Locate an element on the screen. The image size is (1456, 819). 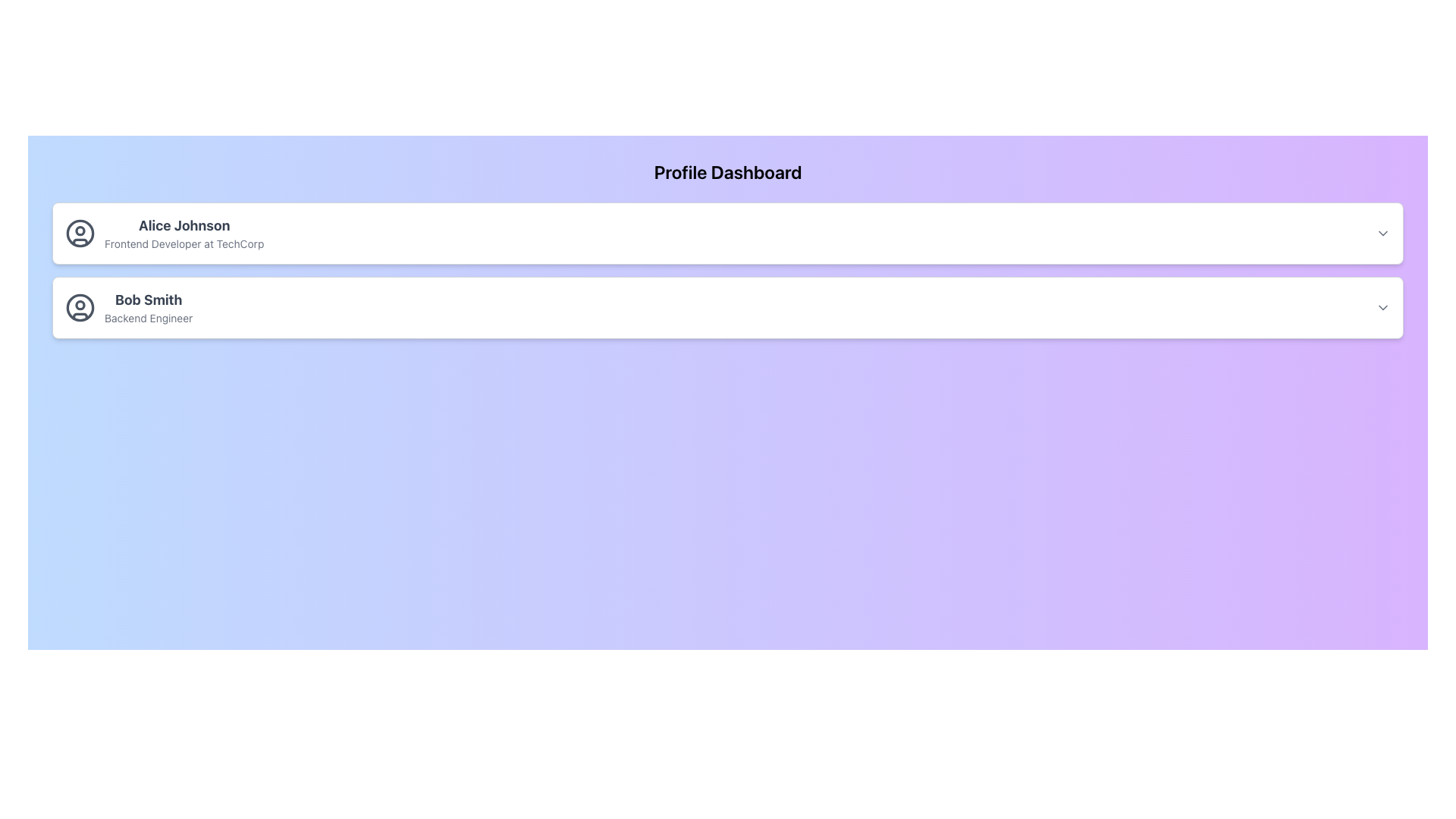
the bottom curving section of the user figure within the avatar icon on the first profile card on the dashboard is located at coordinates (79, 241).